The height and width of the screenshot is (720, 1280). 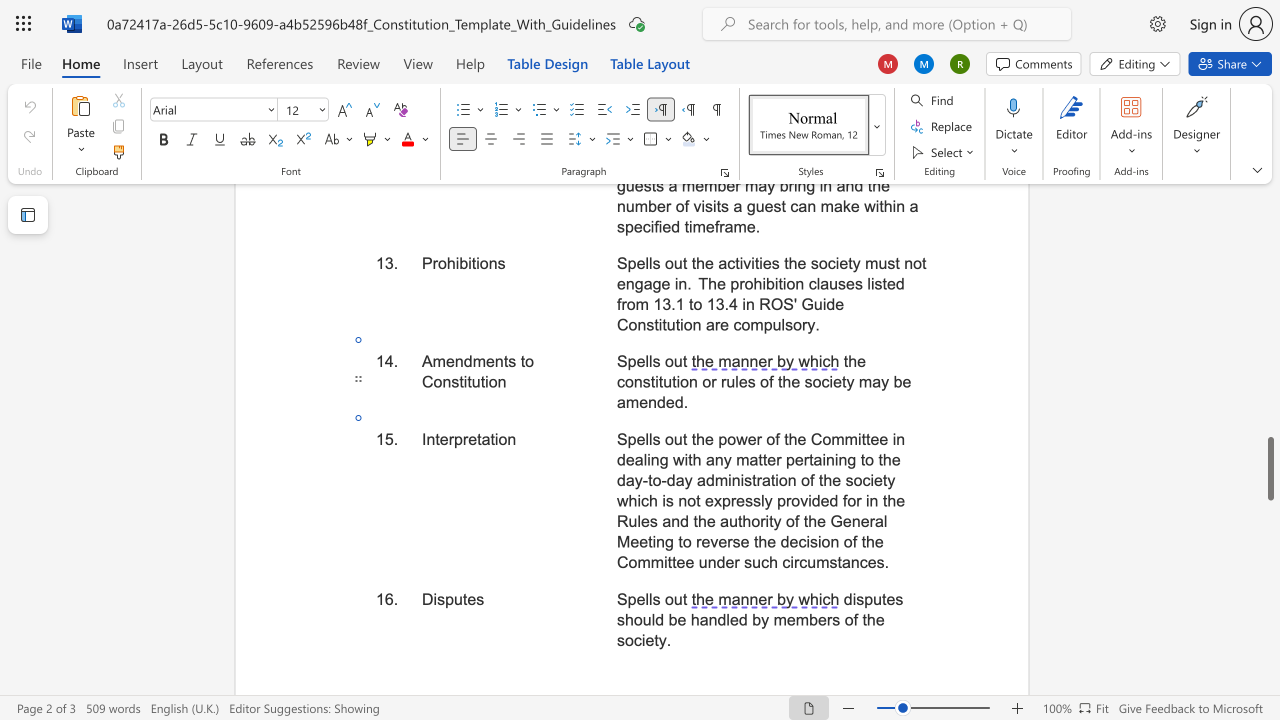 I want to click on the space between the continuous character "e" and "t" in the text, so click(x=475, y=438).